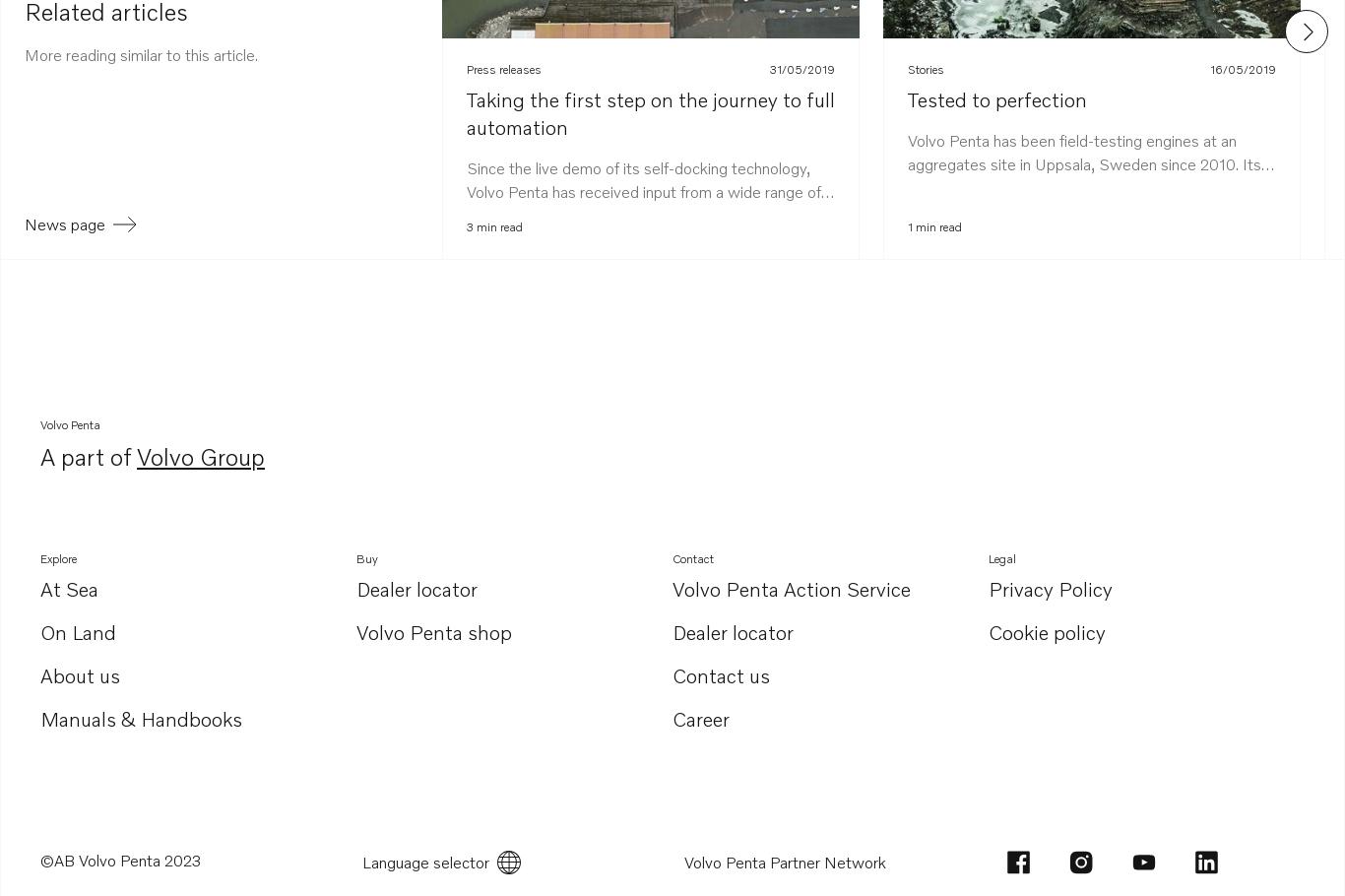  Describe the element at coordinates (650, 112) in the screenshot. I see `'Taking the first step on the journey to full automation'` at that location.